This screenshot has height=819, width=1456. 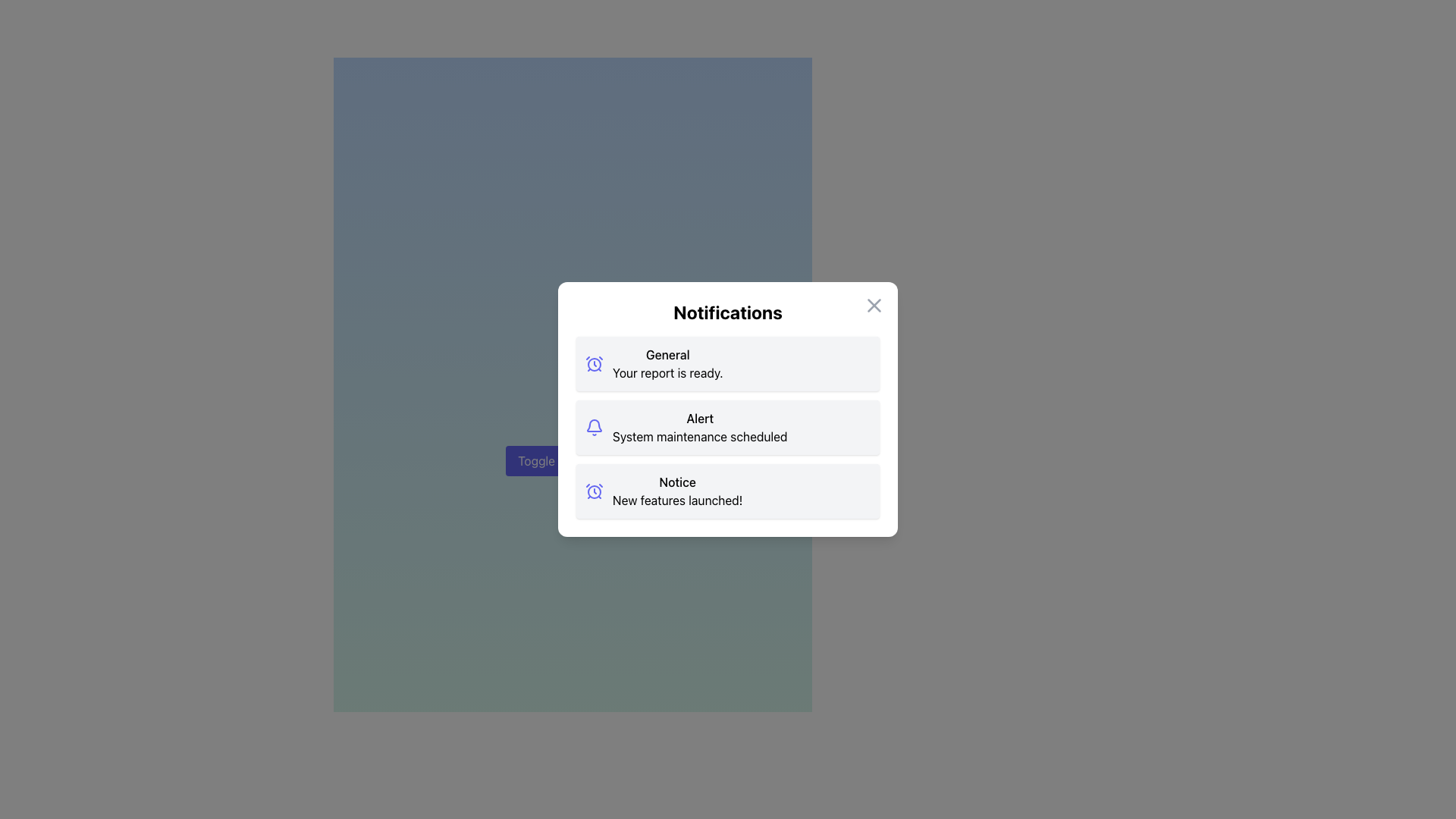 What do you see at coordinates (593, 427) in the screenshot?
I see `the notification icon representing alerts, which is located to the left of the text 'Alert System maintenance scheduled.'` at bounding box center [593, 427].